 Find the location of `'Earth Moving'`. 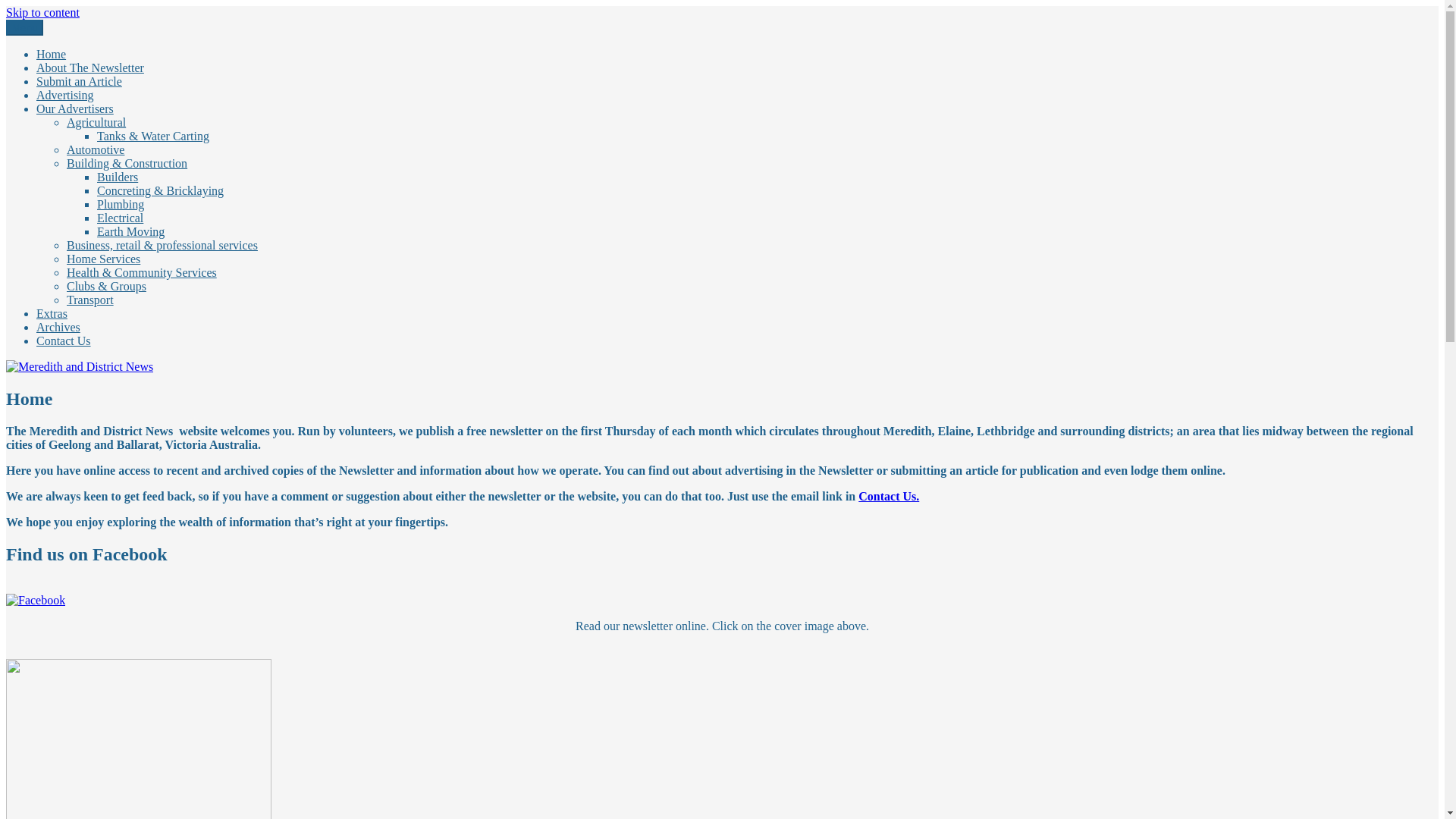

'Earth Moving' is located at coordinates (130, 231).